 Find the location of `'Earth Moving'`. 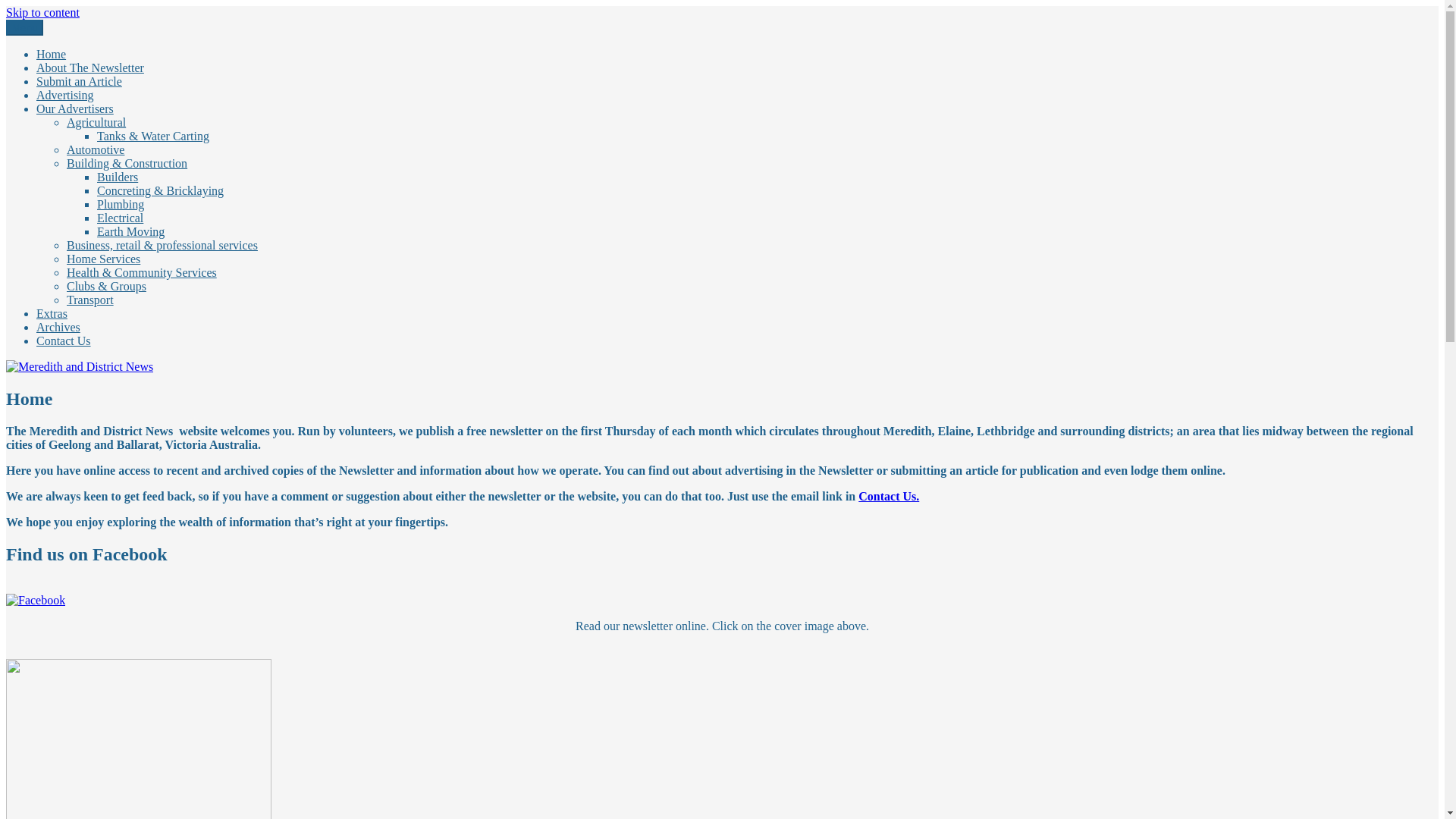

'Earth Moving' is located at coordinates (130, 231).